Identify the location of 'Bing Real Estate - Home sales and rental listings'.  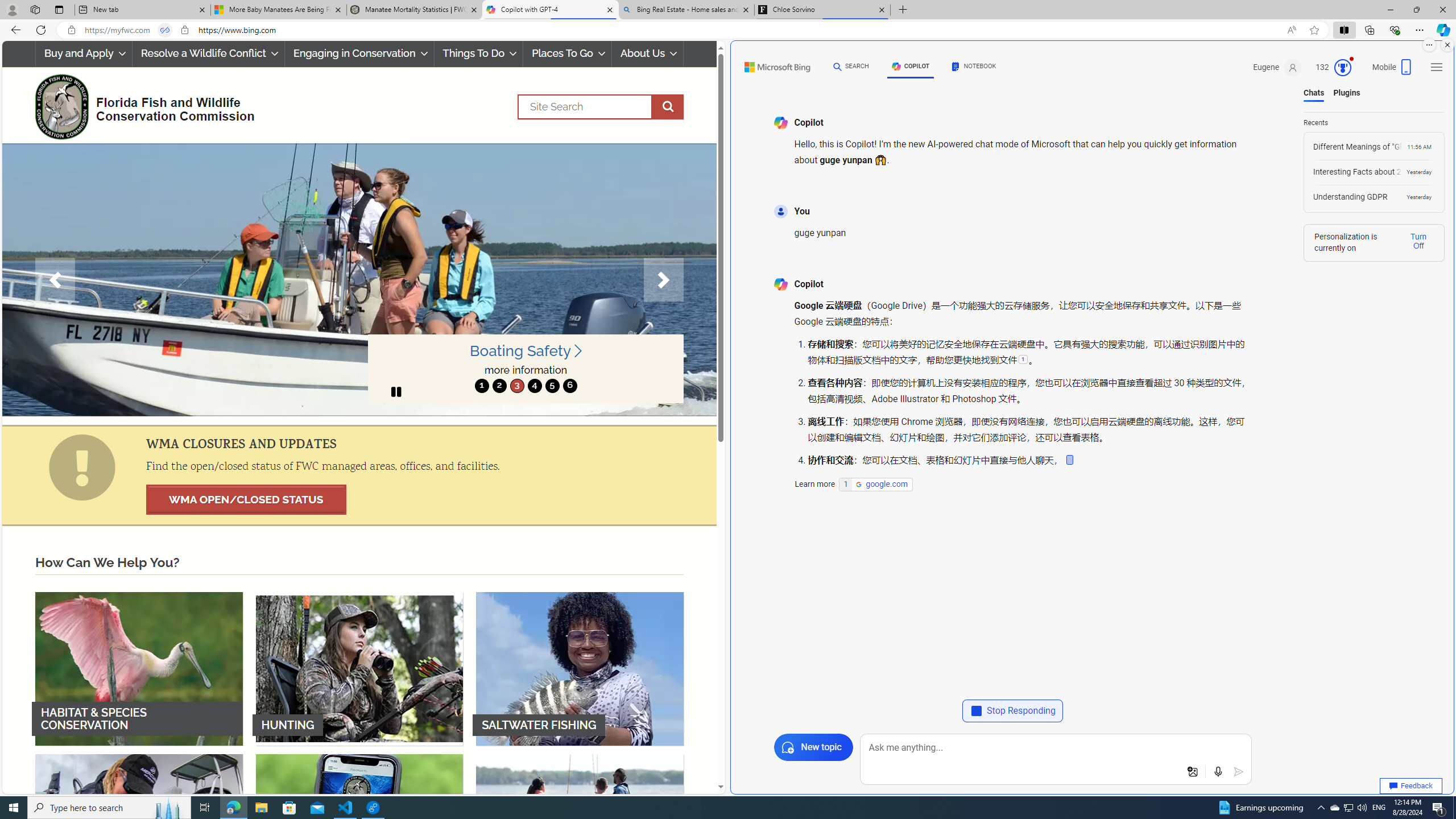
(685, 9).